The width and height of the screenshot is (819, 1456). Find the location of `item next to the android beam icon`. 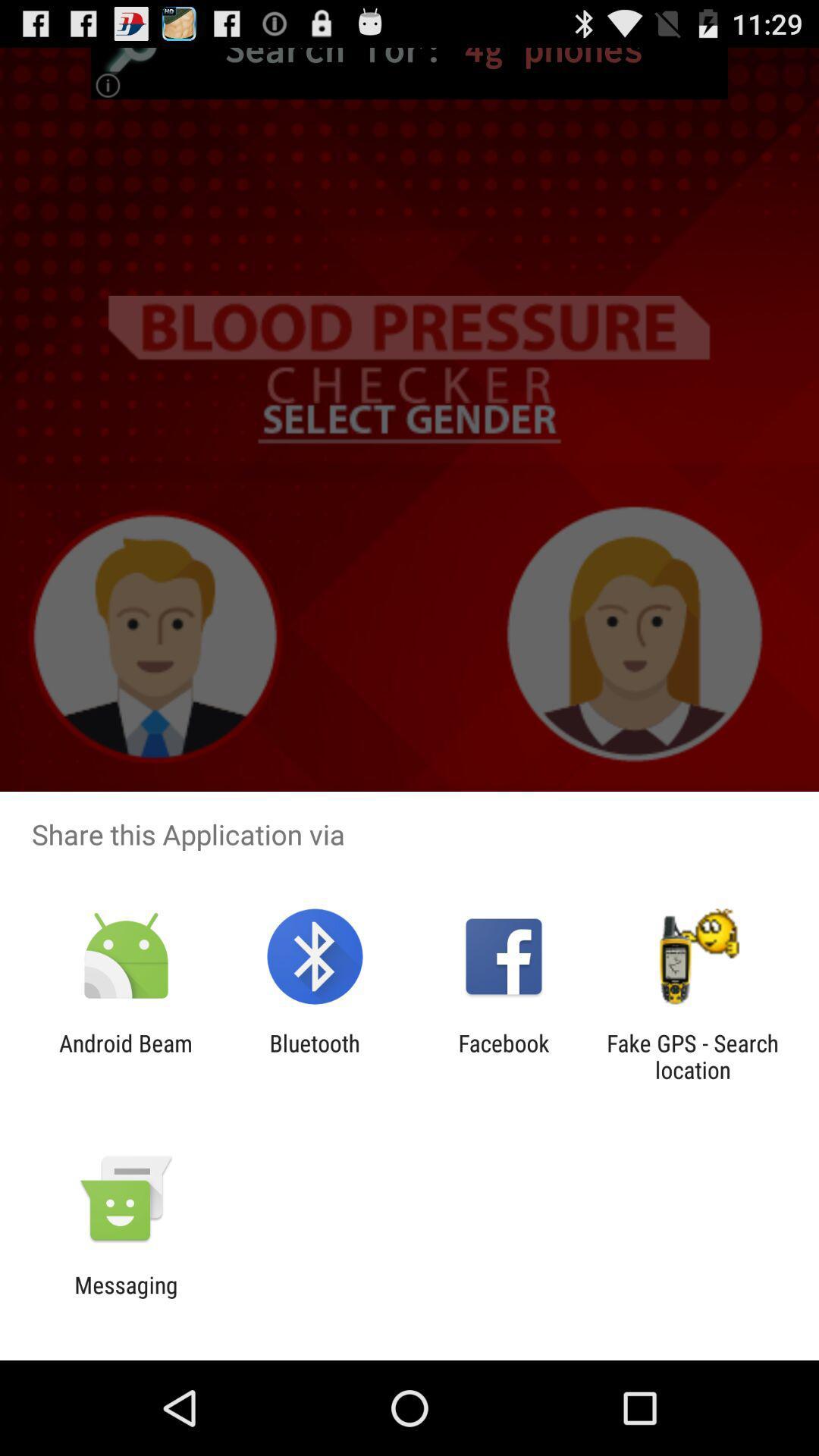

item next to the android beam icon is located at coordinates (314, 1056).